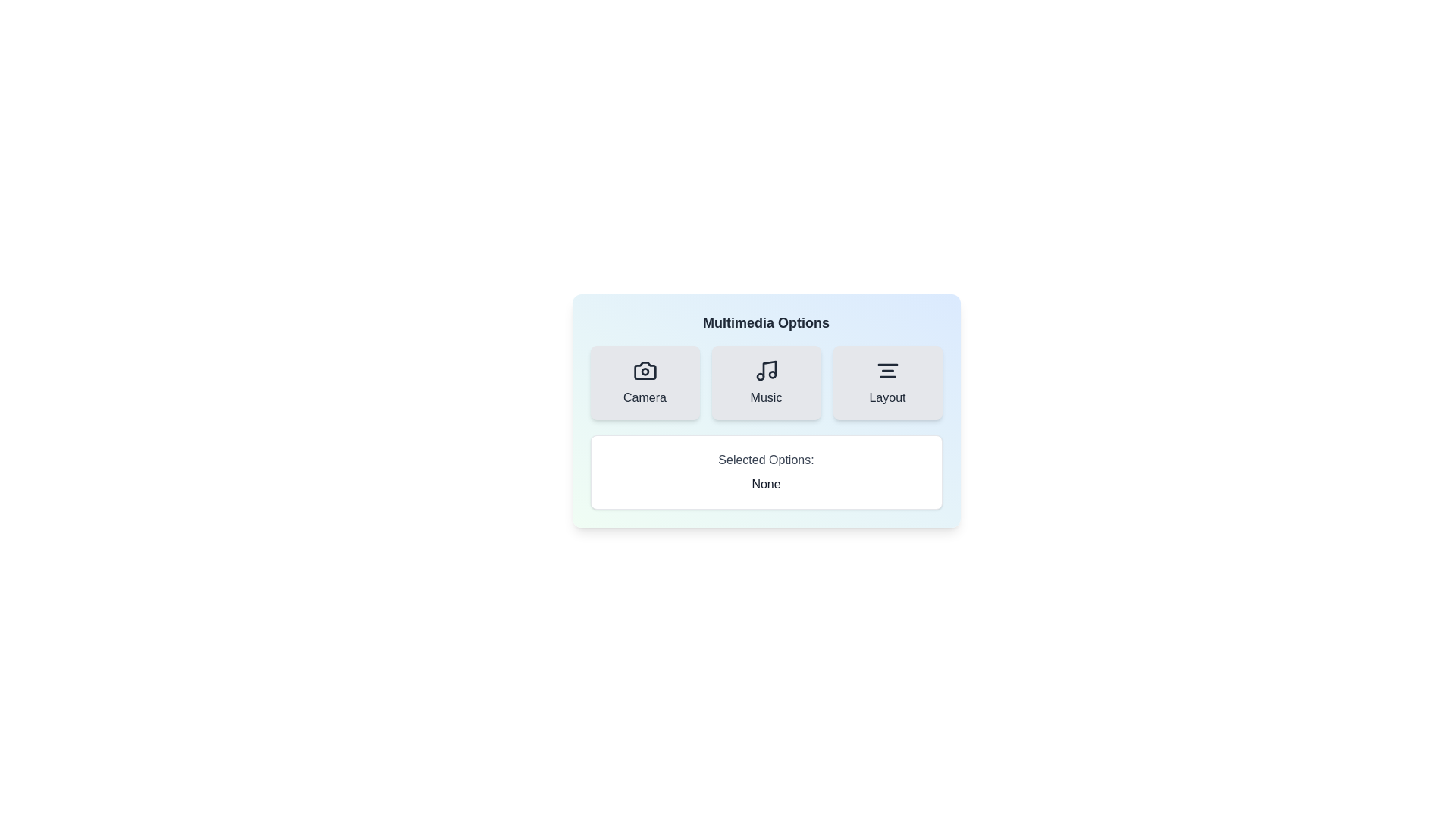 The height and width of the screenshot is (819, 1456). I want to click on the Layout button to observe visual feedback, so click(887, 382).